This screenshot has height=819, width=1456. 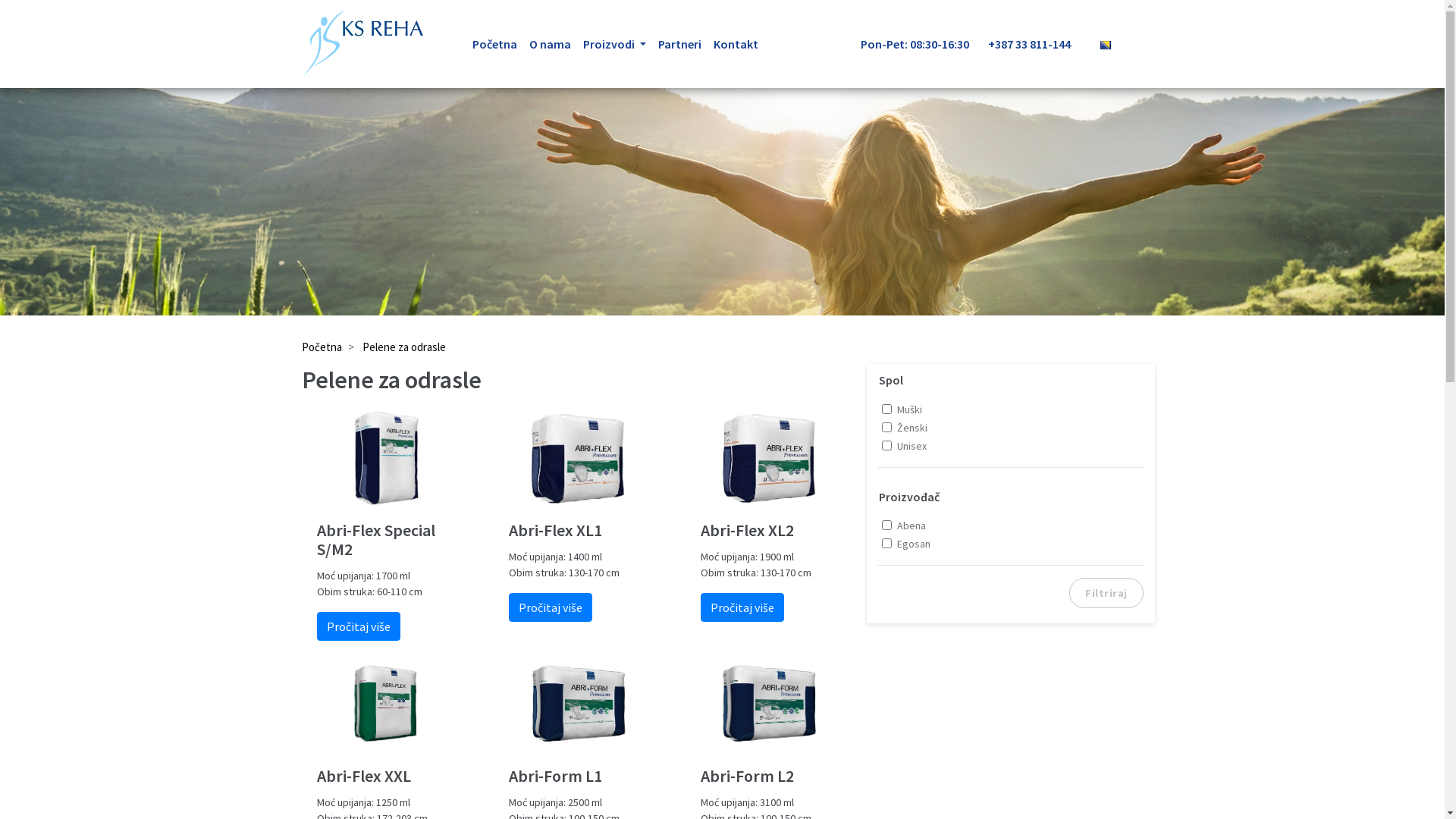 I want to click on 'O nama', so click(x=549, y=42).